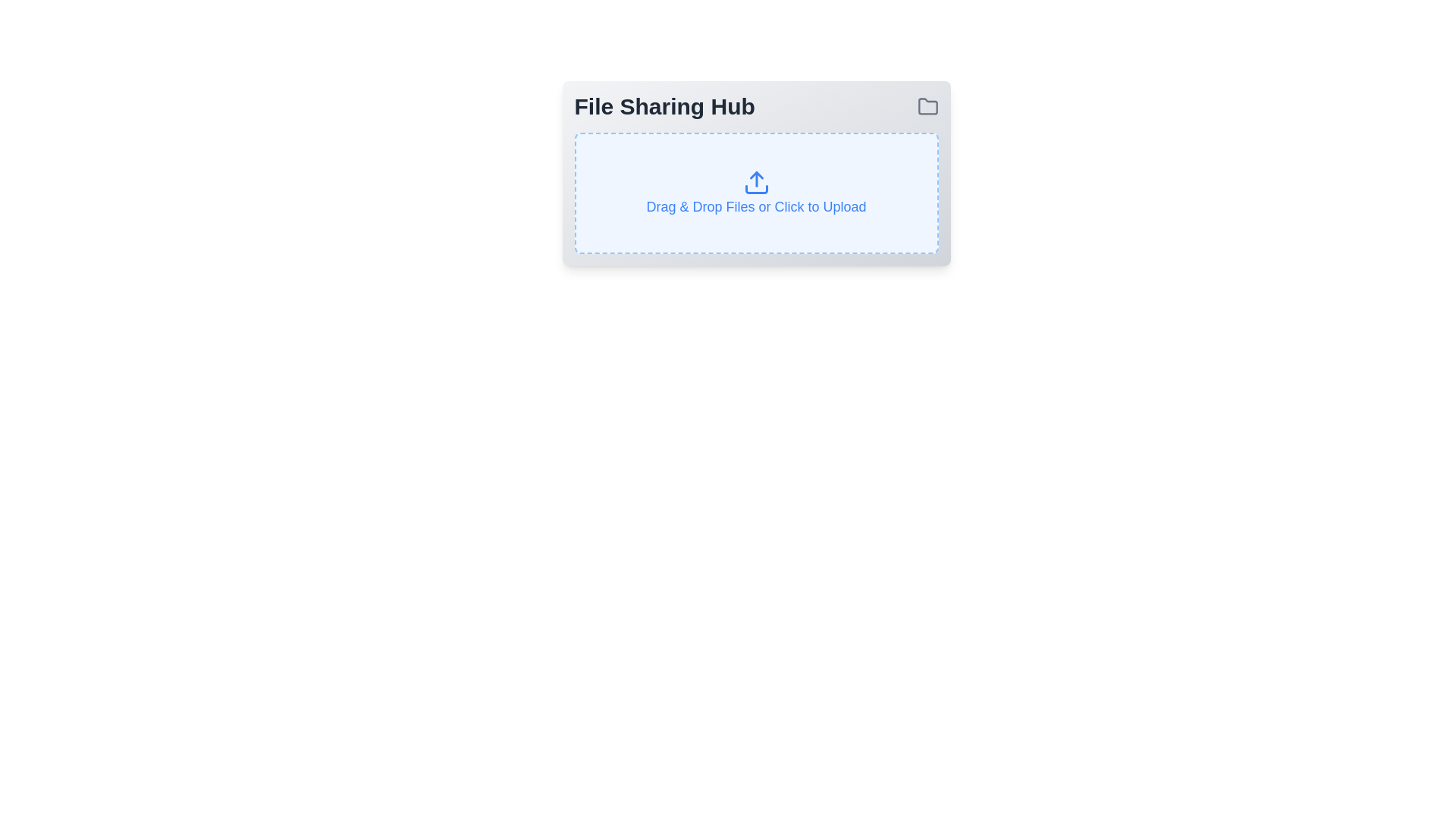 The height and width of the screenshot is (819, 1456). Describe the element at coordinates (927, 105) in the screenshot. I see `the folder icon located in the upper right corner of the 'File Sharing Hub' section, which is styled with a gray outline` at that location.